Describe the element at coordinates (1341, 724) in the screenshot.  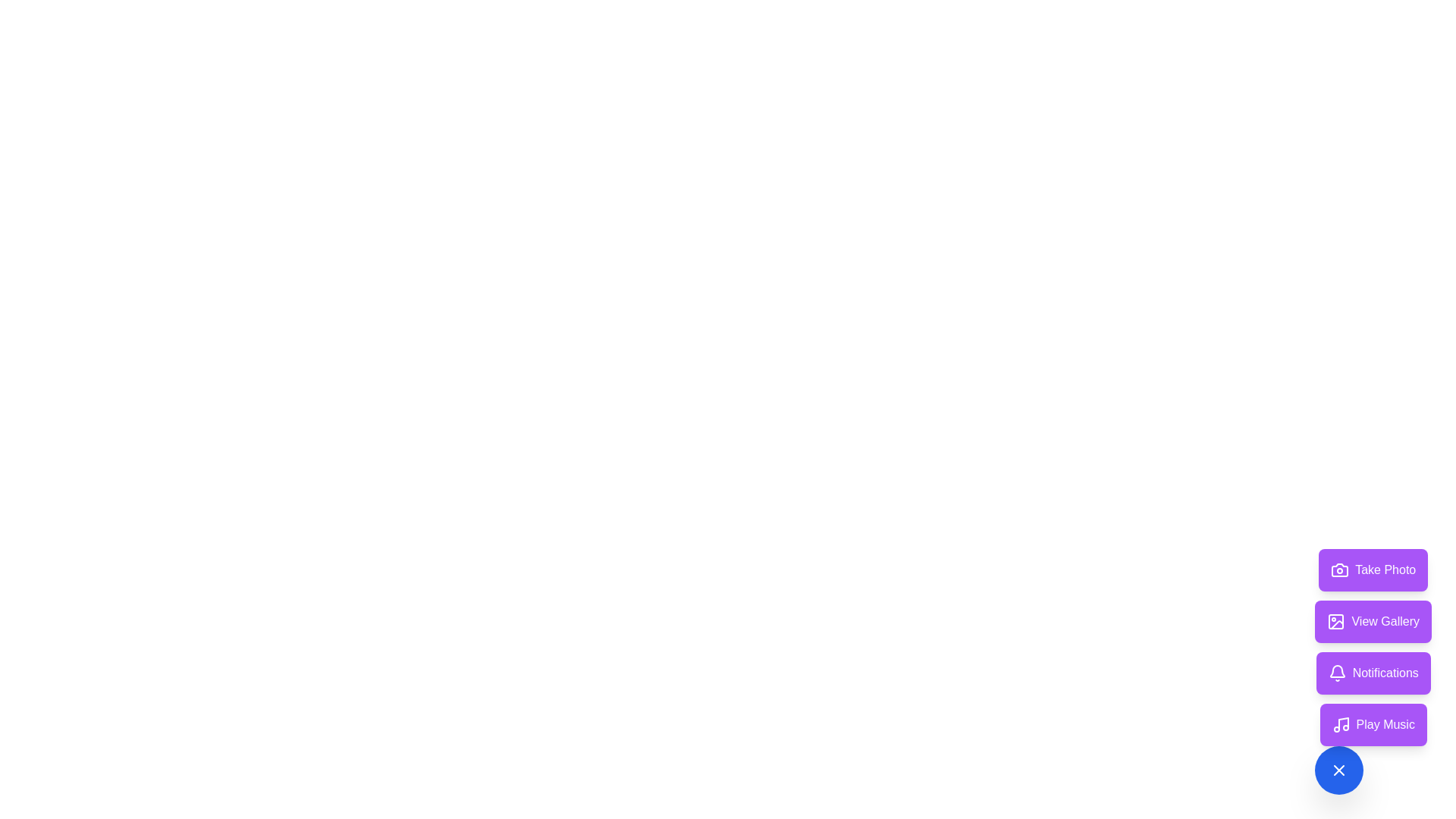
I see `the music note icon located to the left of the 'Play Music' label within the purple button to initiate the music action` at that location.